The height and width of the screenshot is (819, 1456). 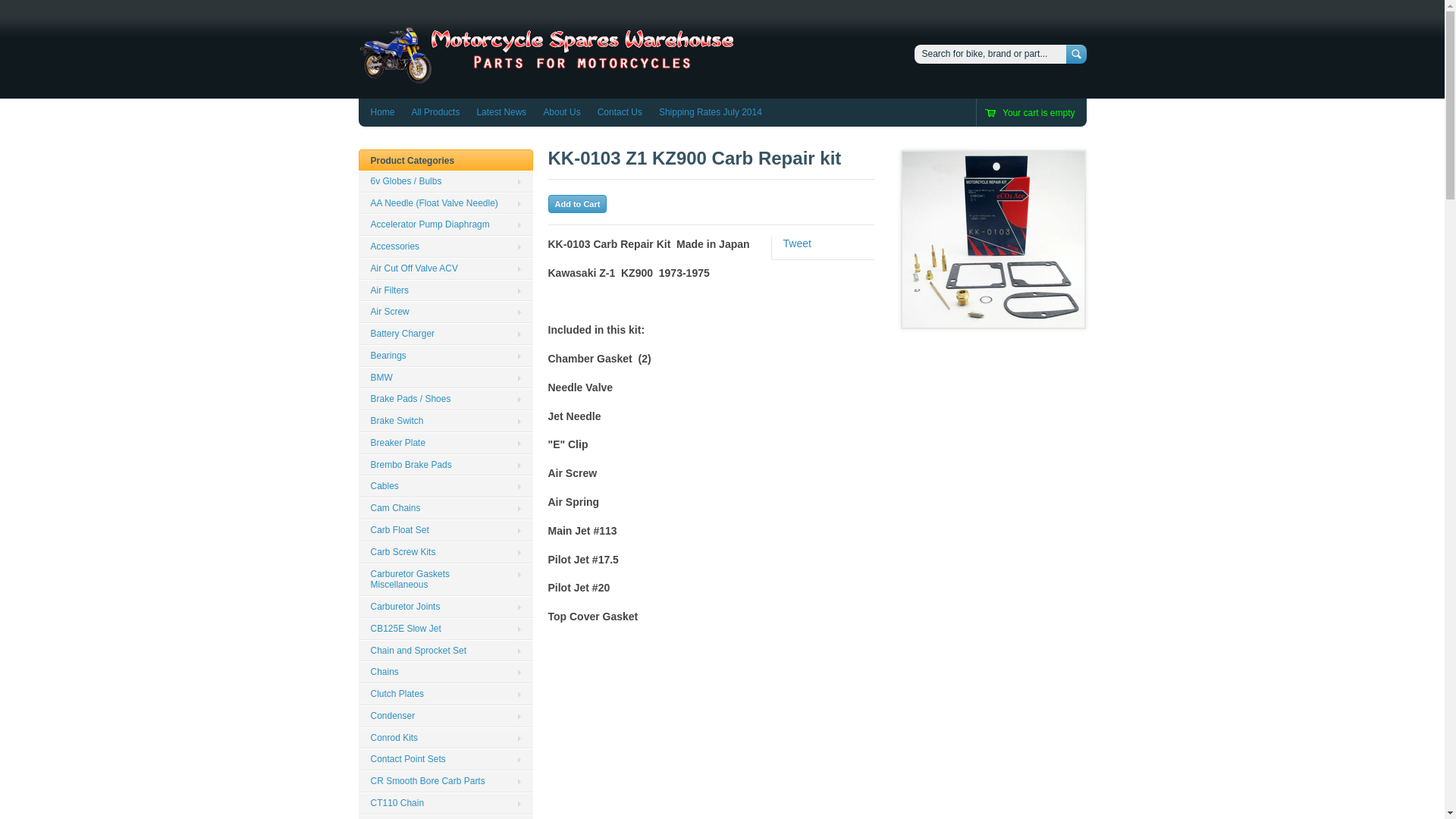 I want to click on 'Cables', so click(x=444, y=486).